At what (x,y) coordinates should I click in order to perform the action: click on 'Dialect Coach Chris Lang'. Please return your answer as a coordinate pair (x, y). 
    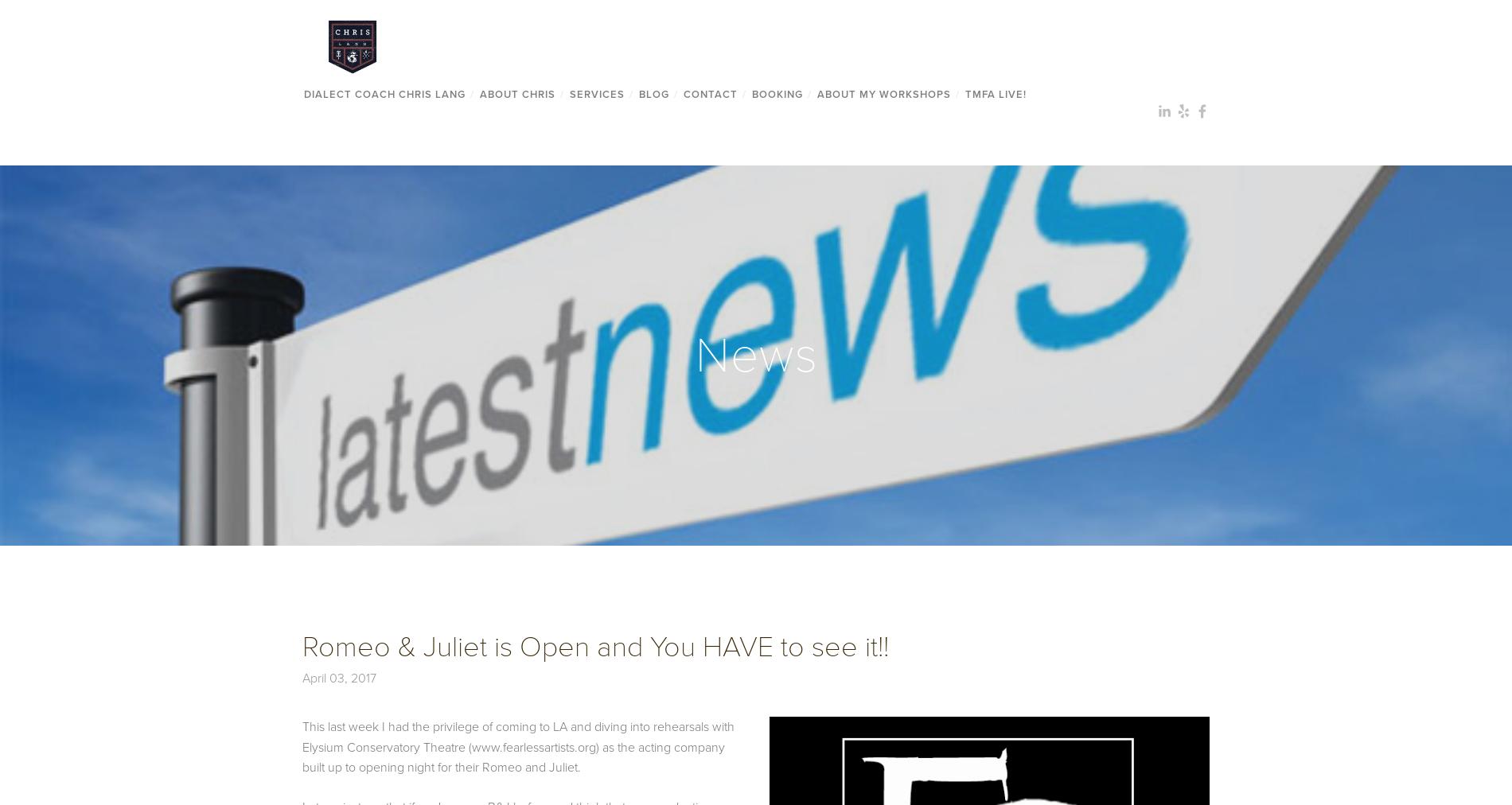
    Looking at the image, I should click on (384, 92).